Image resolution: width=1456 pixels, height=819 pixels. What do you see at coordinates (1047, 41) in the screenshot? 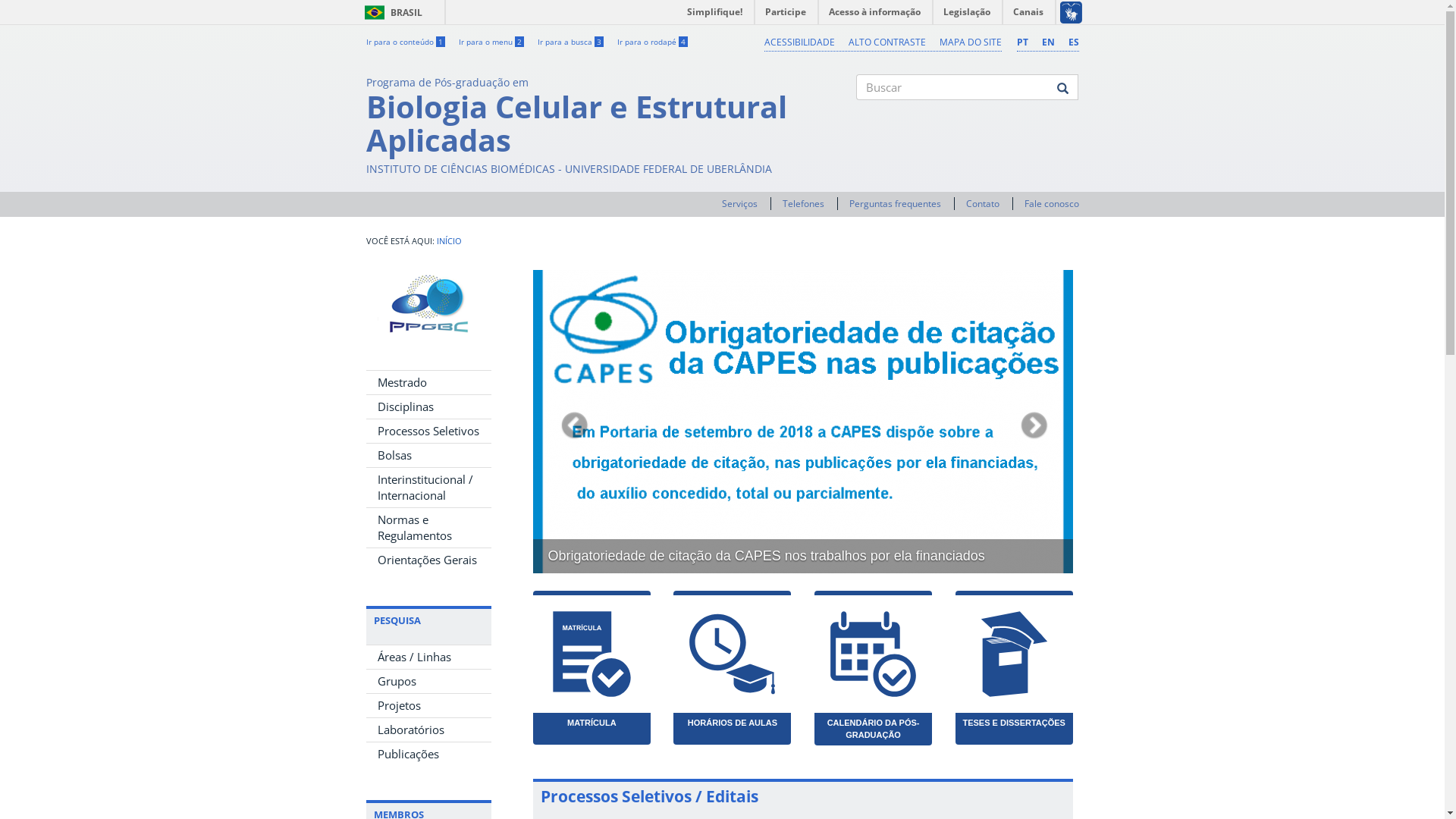
I see `'EN'` at bounding box center [1047, 41].